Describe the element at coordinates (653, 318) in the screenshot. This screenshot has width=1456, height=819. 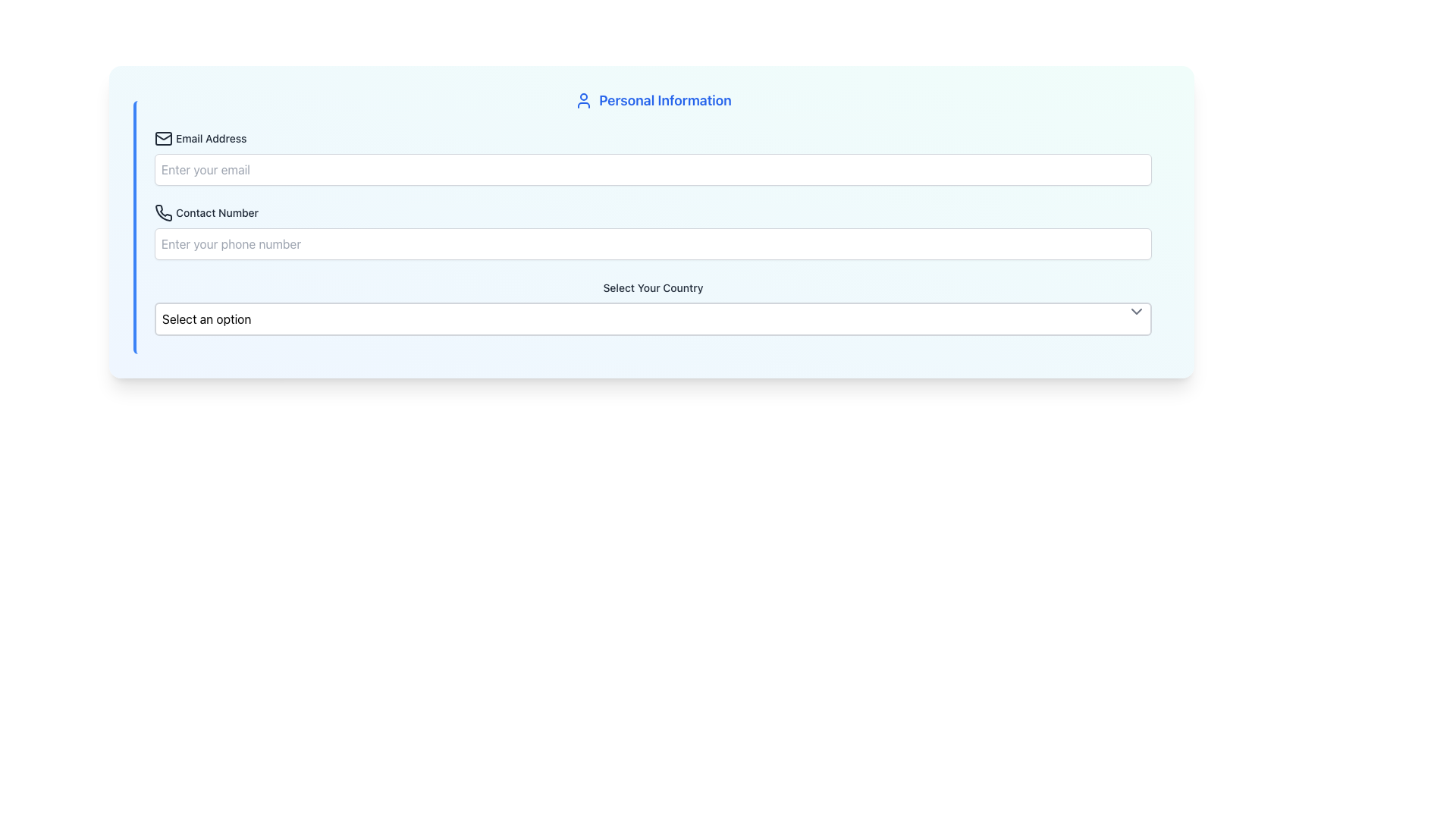
I see `an option from the 'Select Your Country' dropdown menu located below the label 'Select Your Country' by clicking on it` at that location.